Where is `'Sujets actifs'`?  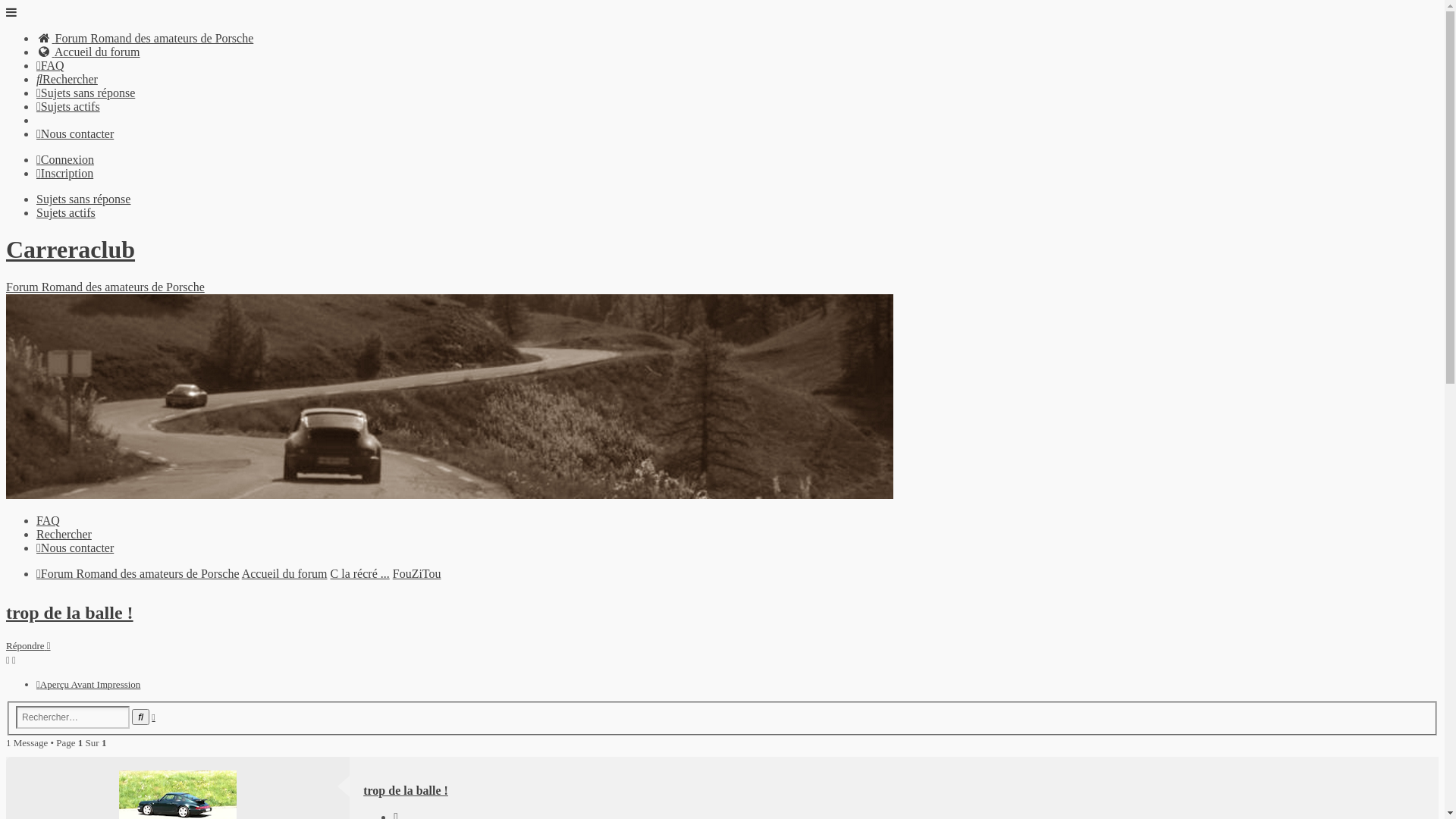 'Sujets actifs' is located at coordinates (67, 105).